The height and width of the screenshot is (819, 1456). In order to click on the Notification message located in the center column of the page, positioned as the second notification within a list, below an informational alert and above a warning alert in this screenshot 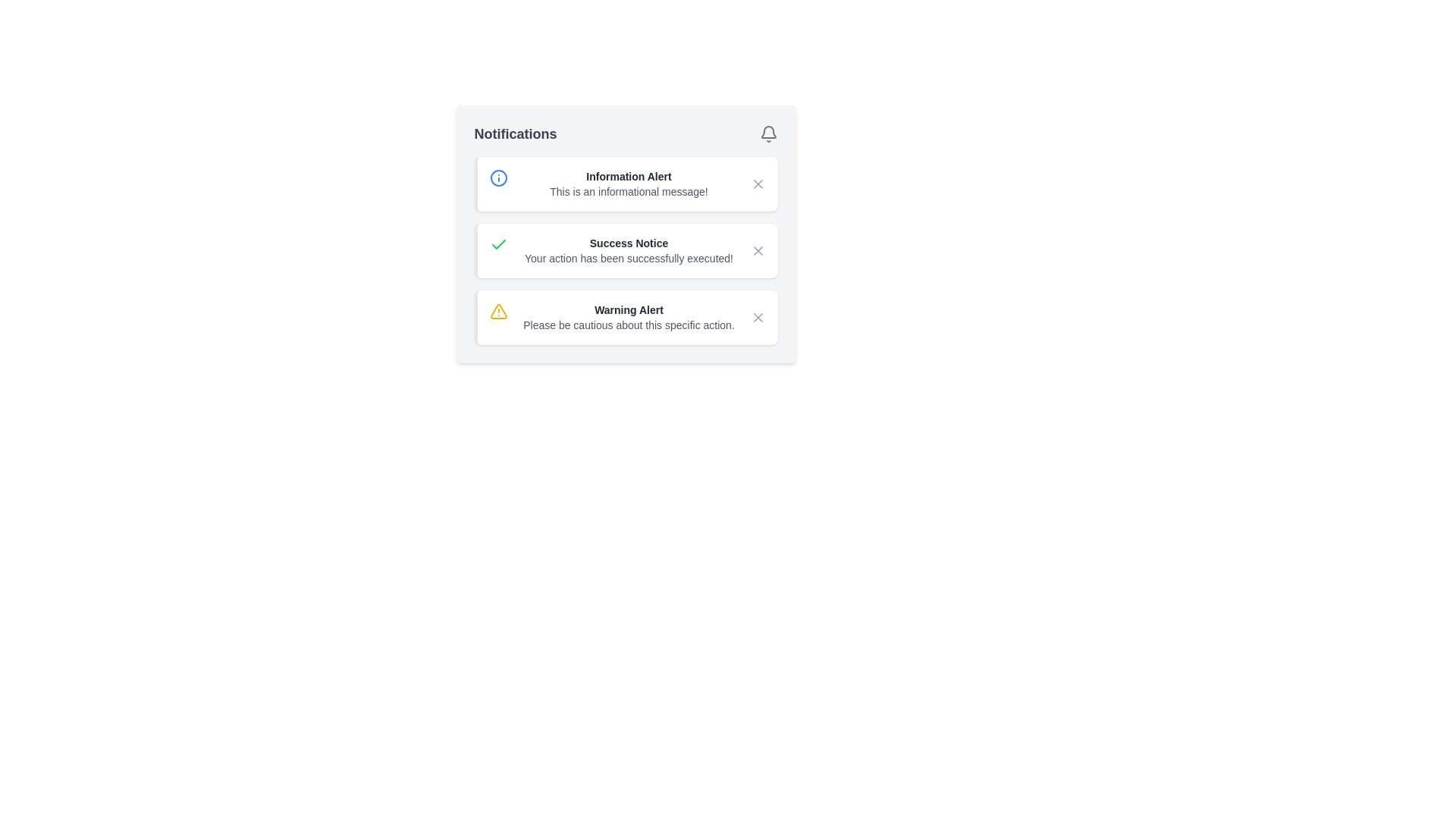, I will do `click(629, 250)`.